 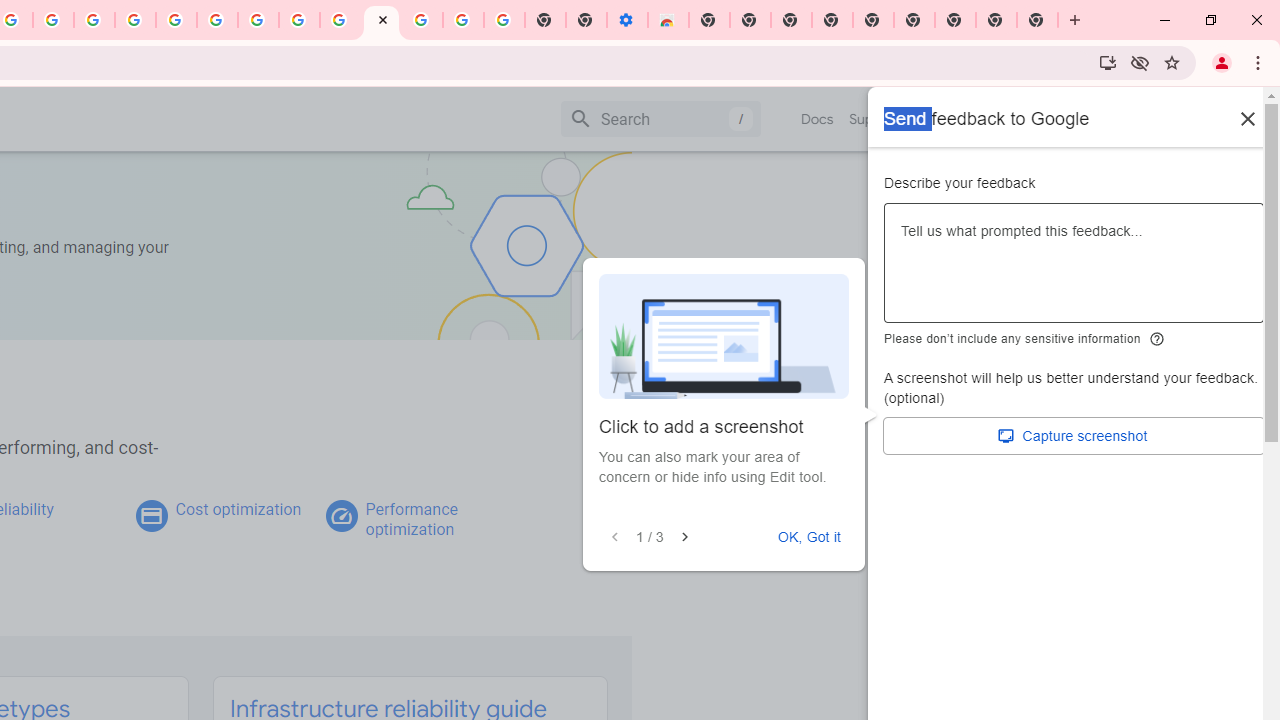 What do you see at coordinates (217, 20) in the screenshot?
I see `'Google Account Help'` at bounding box center [217, 20].